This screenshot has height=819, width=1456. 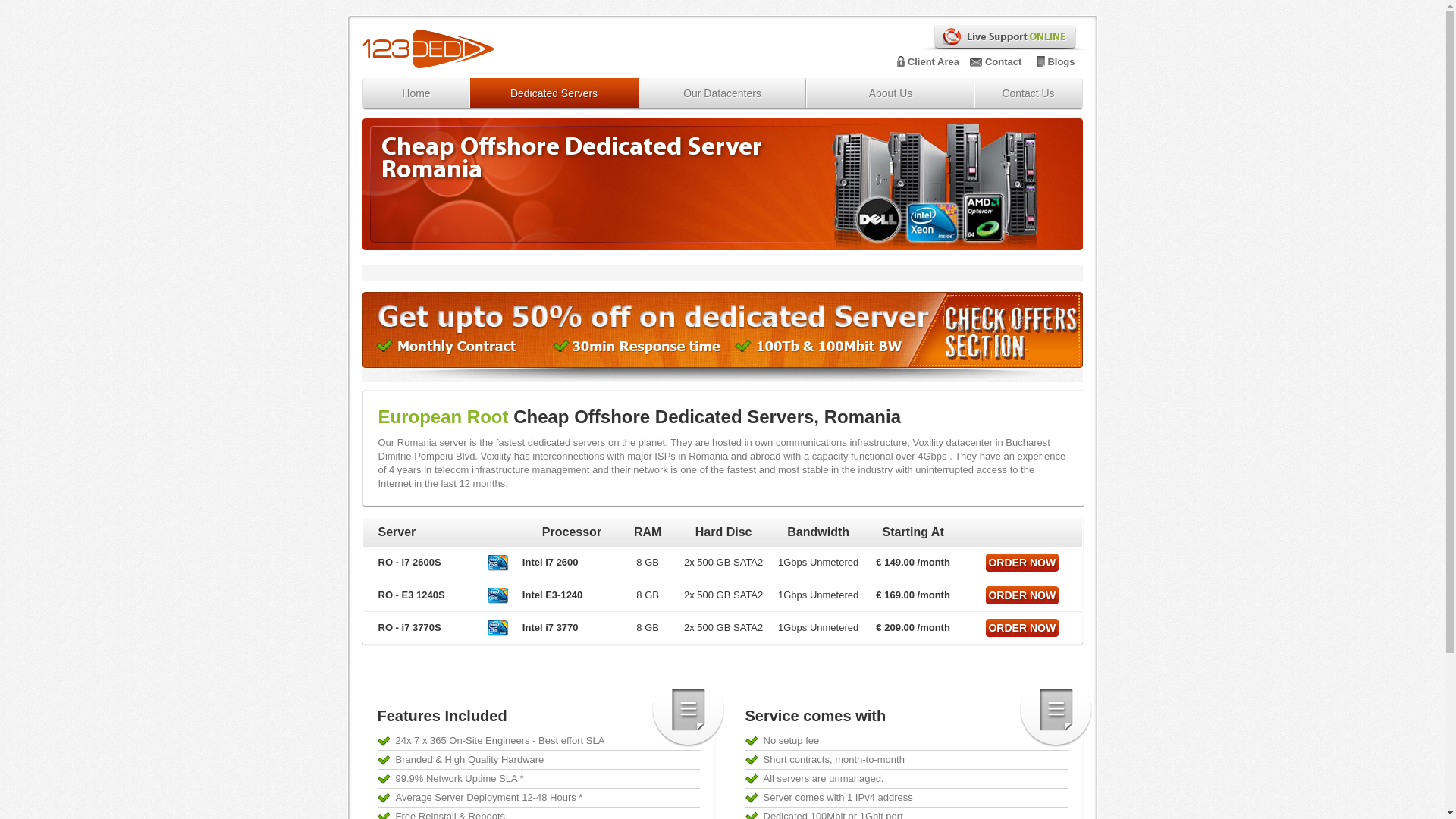 I want to click on 'Contact', so click(x=985, y=61).